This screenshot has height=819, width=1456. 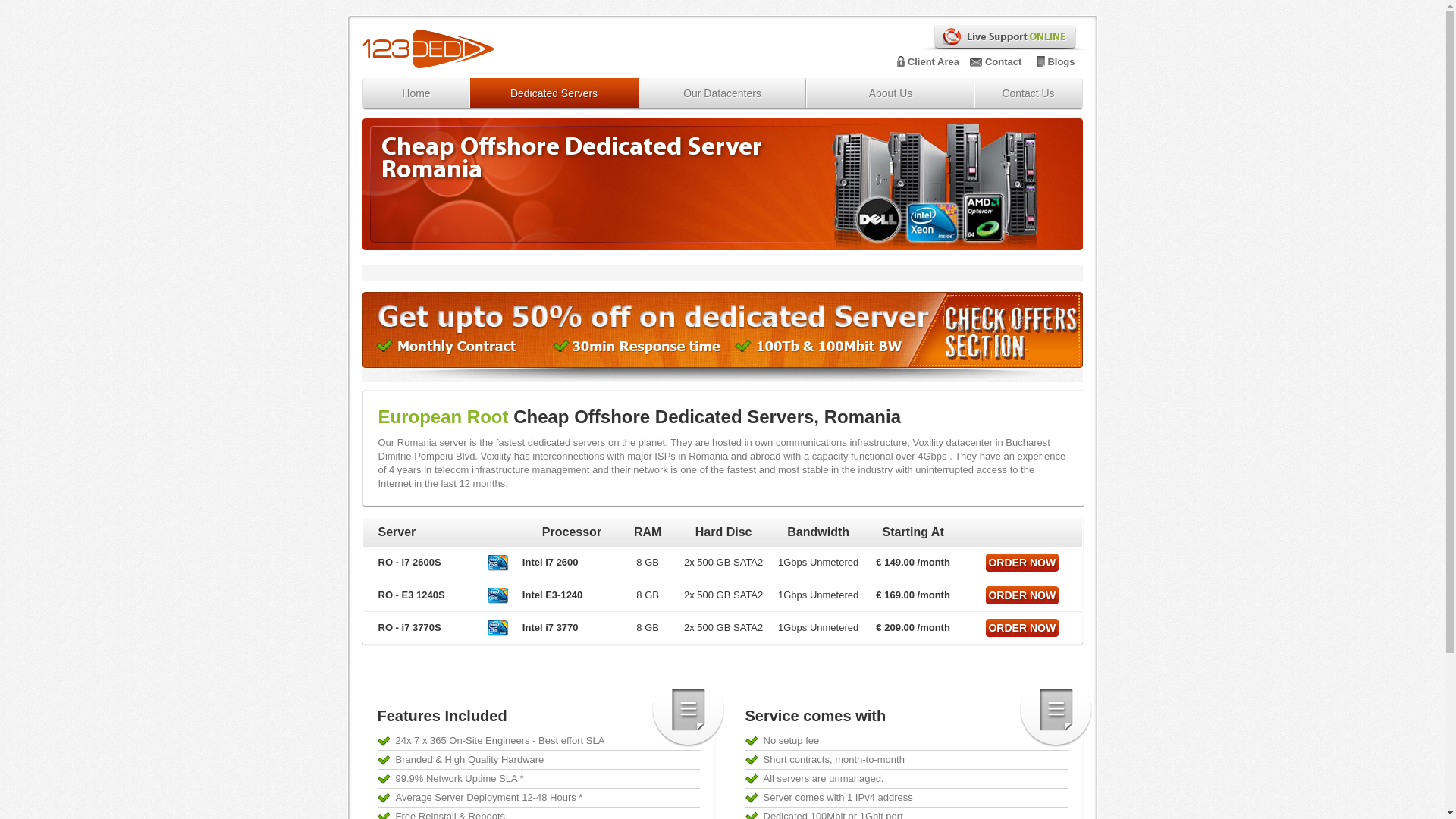 I want to click on 'Contact', so click(x=985, y=61).